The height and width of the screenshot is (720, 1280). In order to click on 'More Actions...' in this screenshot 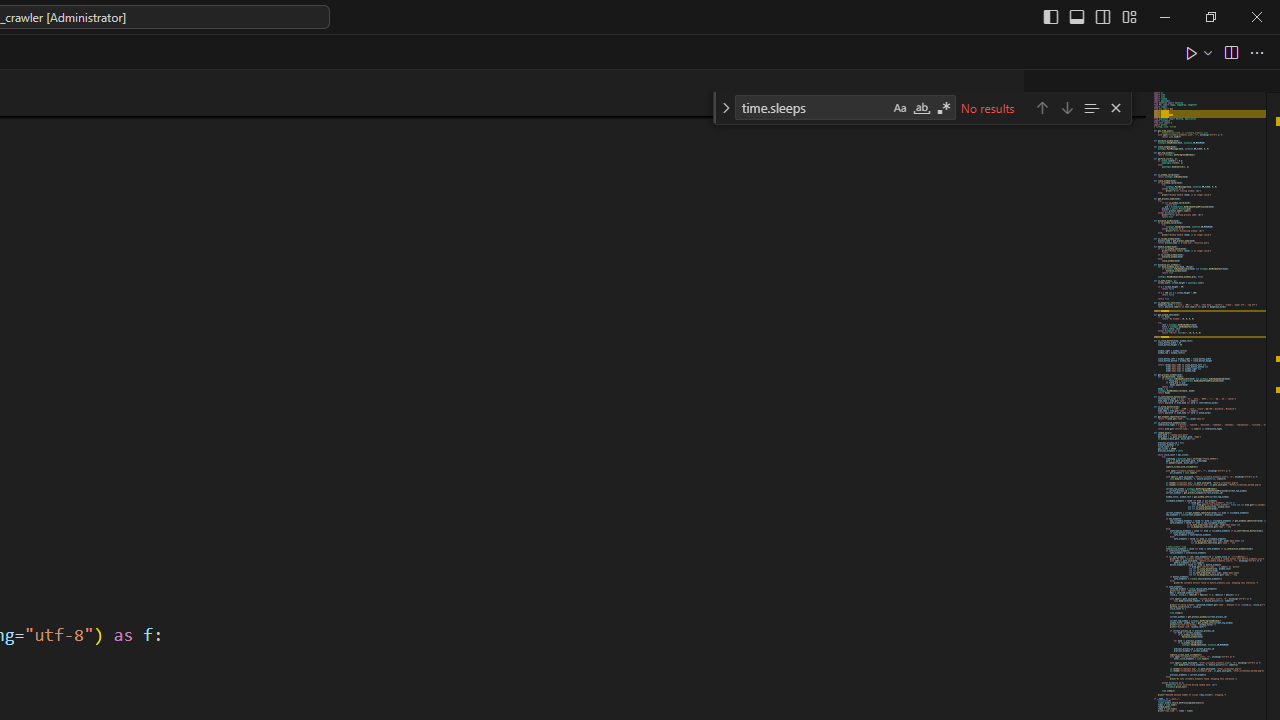, I will do `click(1255, 51)`.